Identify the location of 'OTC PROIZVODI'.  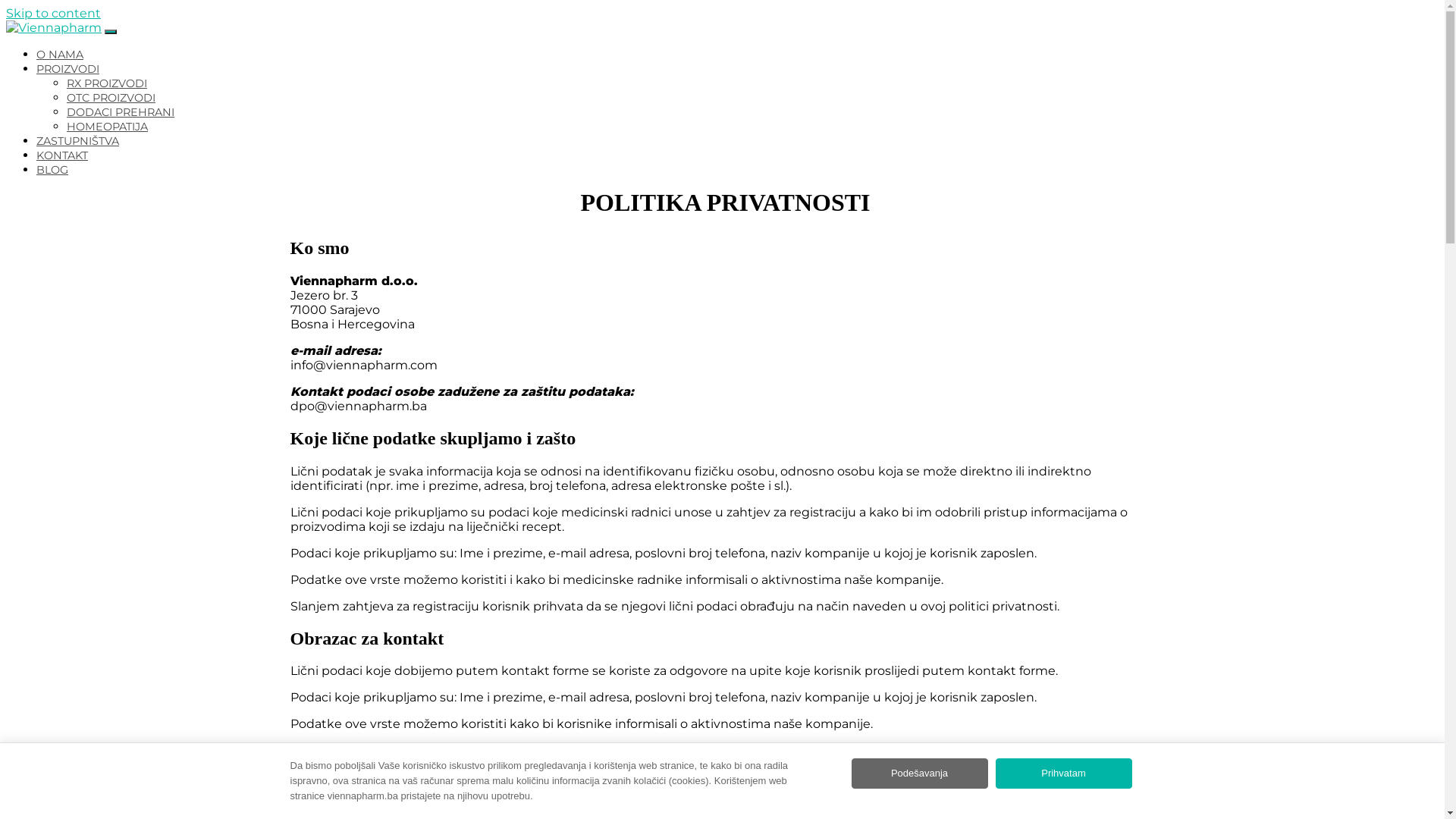
(110, 97).